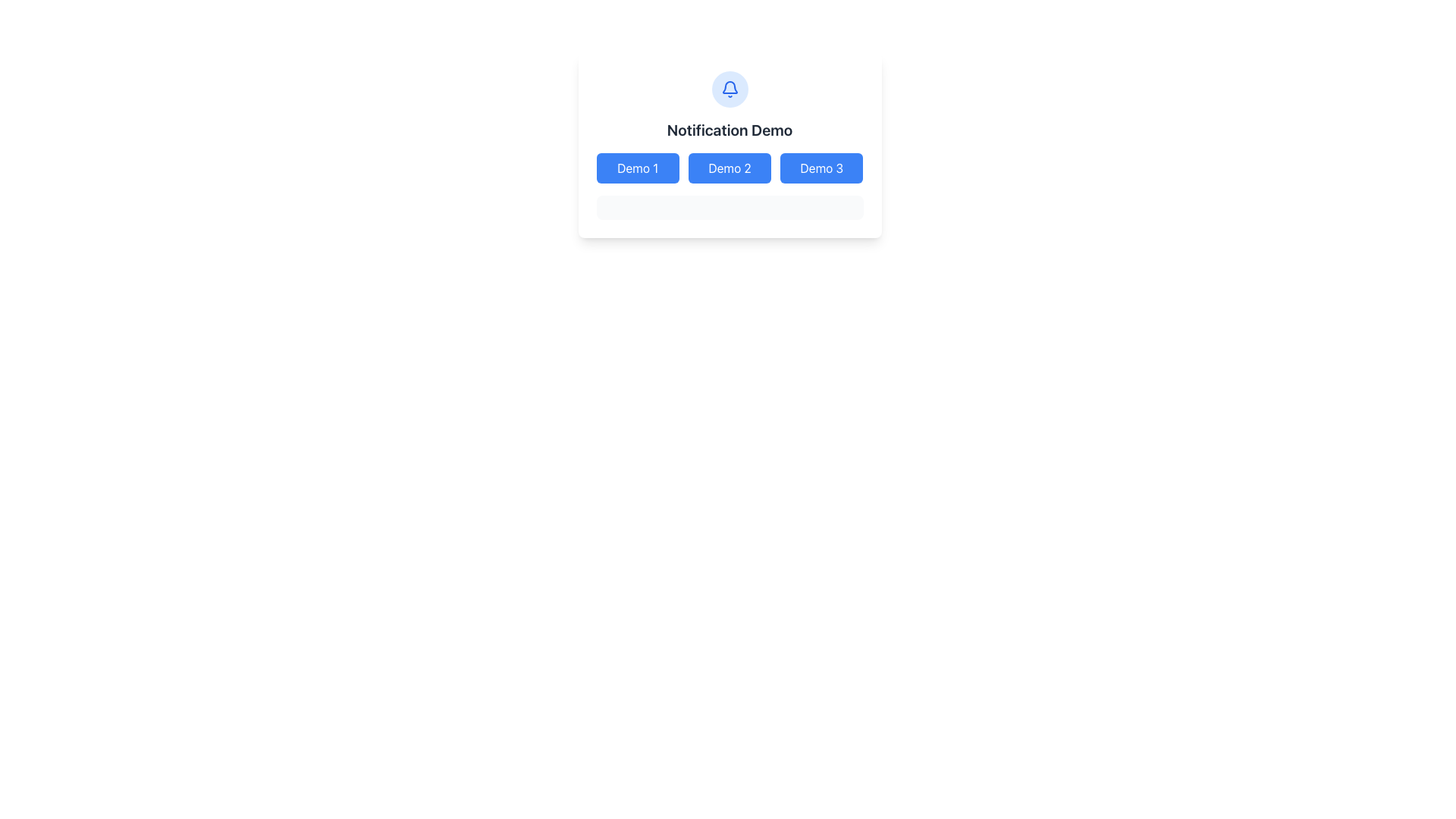 Image resolution: width=1456 pixels, height=819 pixels. What do you see at coordinates (638, 168) in the screenshot?
I see `the first blue button labeled 'Demo 1' to observe any hover effects` at bounding box center [638, 168].